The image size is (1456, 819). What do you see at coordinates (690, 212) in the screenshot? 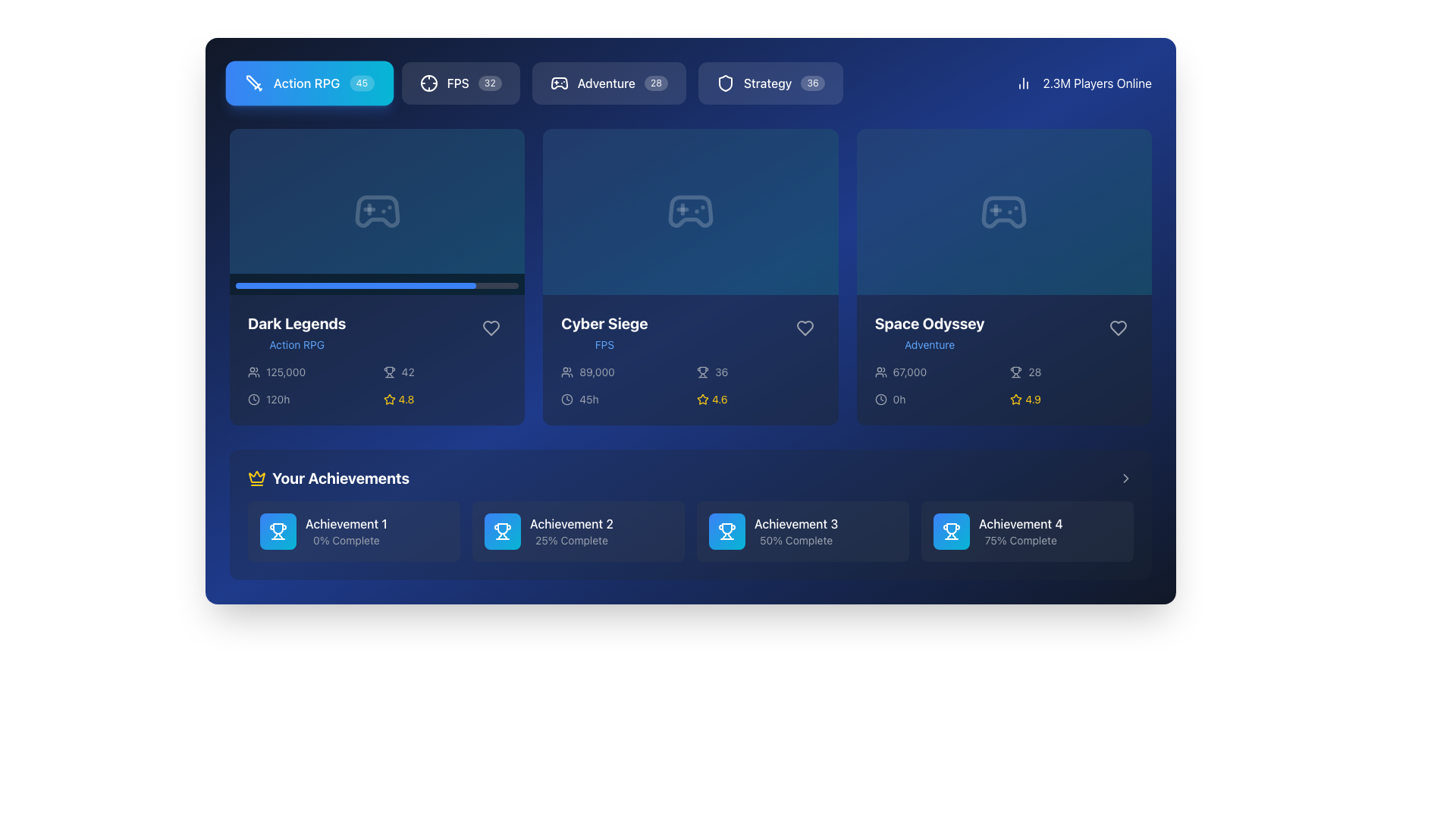
I see `the minimalistic gamepad icon, which is centrally located in the second card of three horizontal cards, beneath the game categories section` at bounding box center [690, 212].